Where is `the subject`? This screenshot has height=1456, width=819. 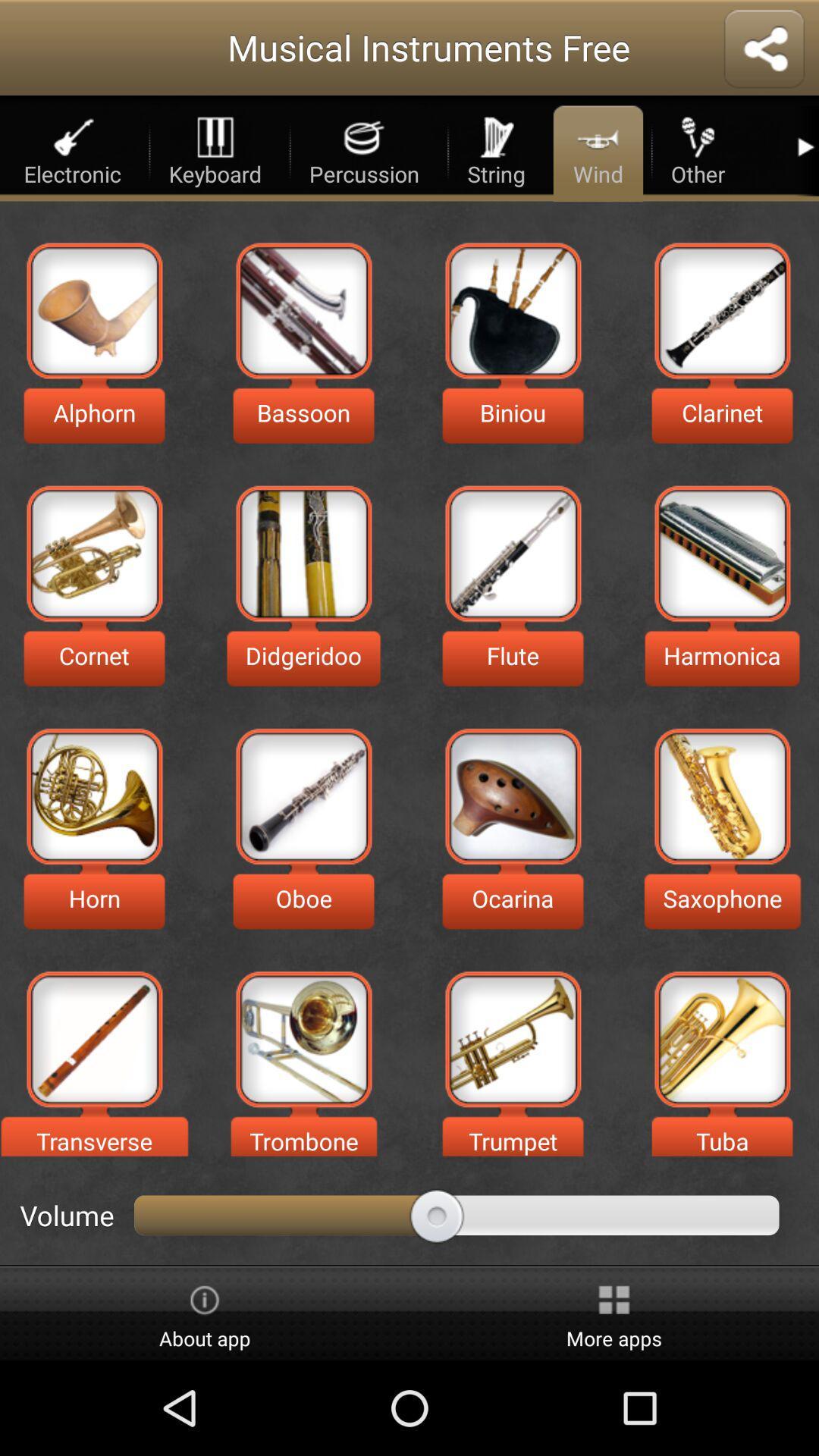
the subject is located at coordinates (721, 1038).